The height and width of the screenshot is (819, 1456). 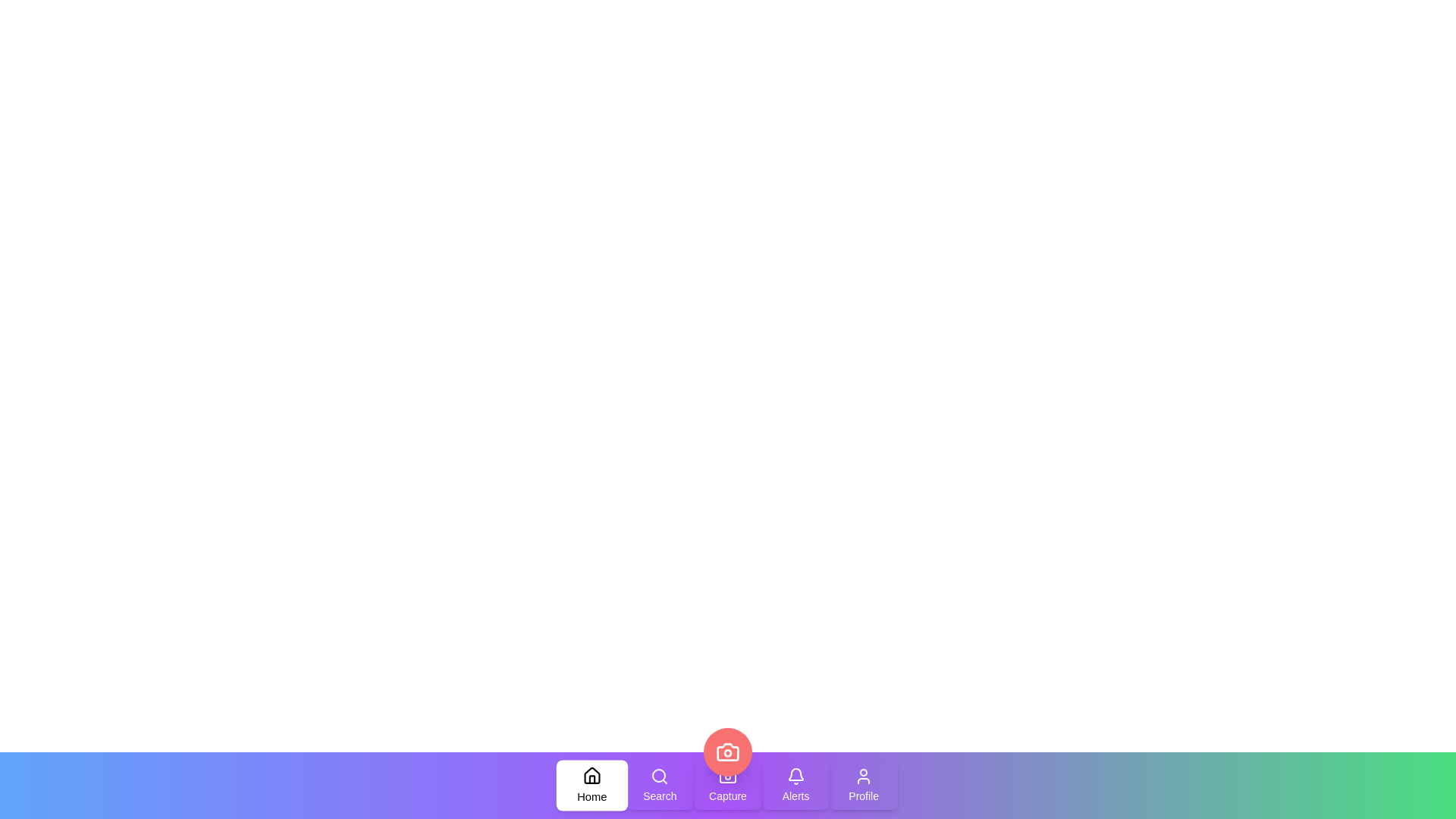 I want to click on the Capture tab to activate it, so click(x=728, y=785).